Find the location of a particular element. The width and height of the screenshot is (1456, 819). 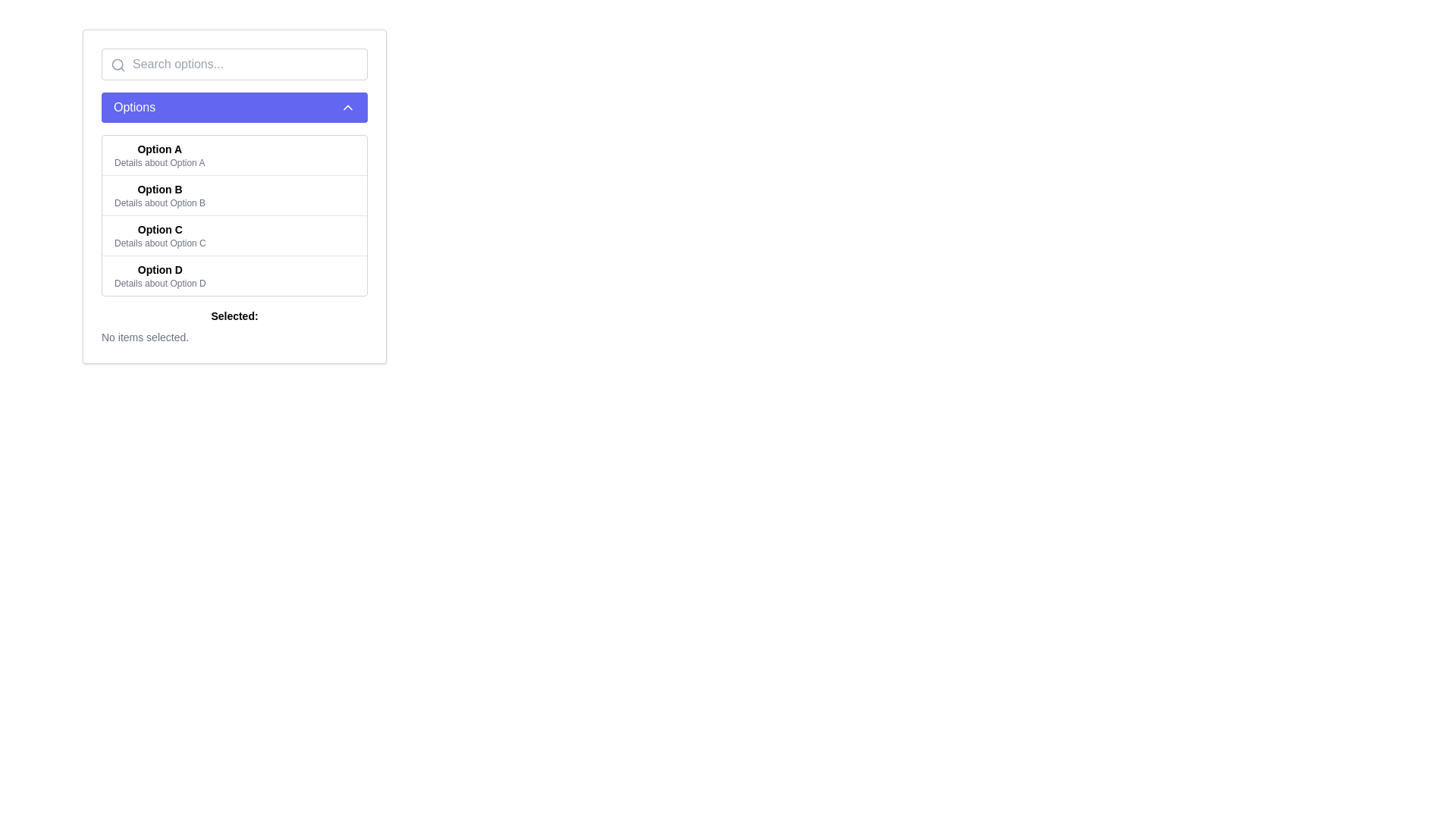

the text label 'Details about Option C', which is styled with small, light gray text and positioned under the bold text 'Option C' is located at coordinates (160, 242).